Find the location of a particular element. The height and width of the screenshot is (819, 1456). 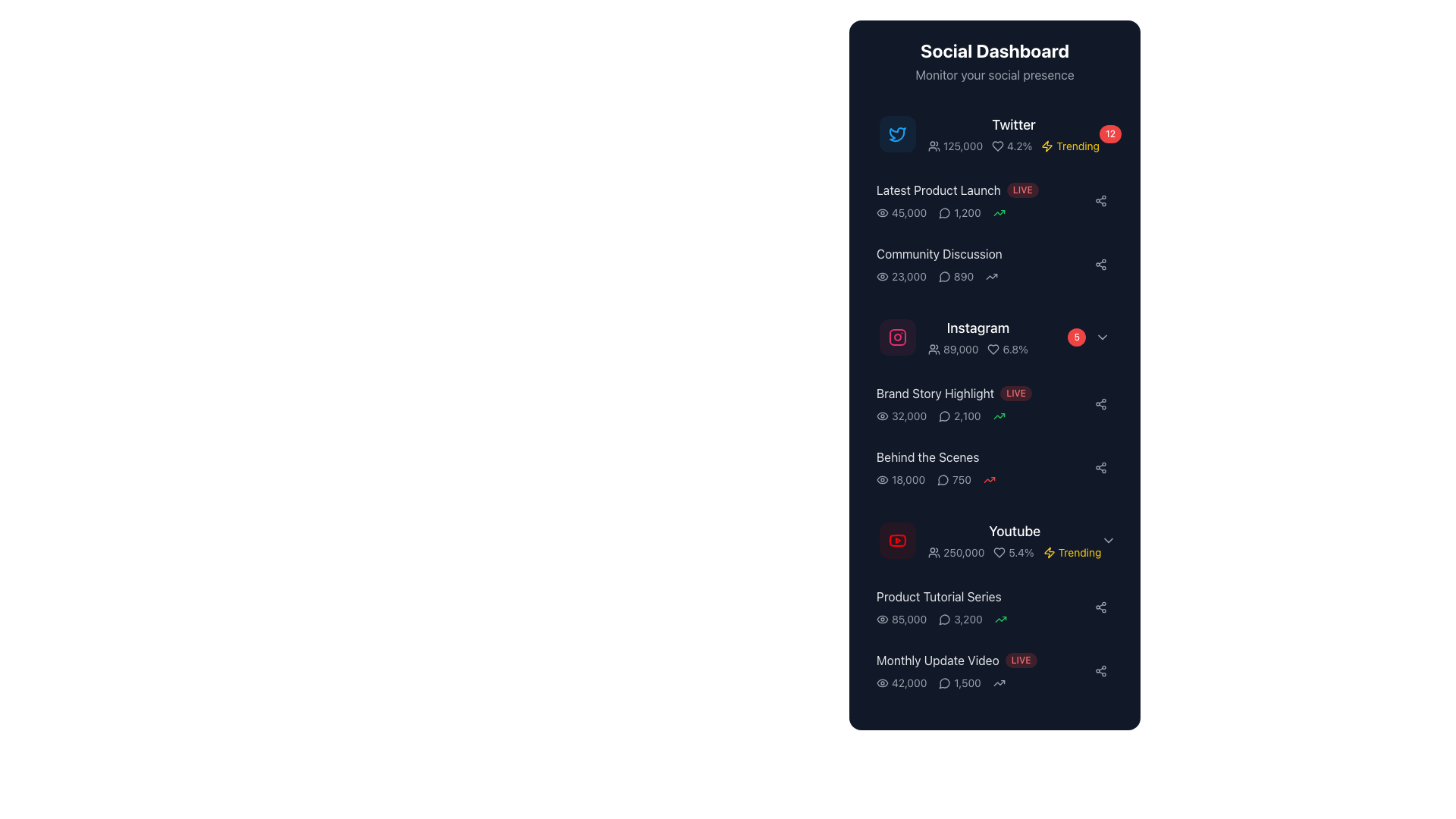

the YouTube play icon button, which is a square button with rounded corners and a subtle red background, located in the leftmost part of the panel displaying YouTube engagement metrics is located at coordinates (898, 540).